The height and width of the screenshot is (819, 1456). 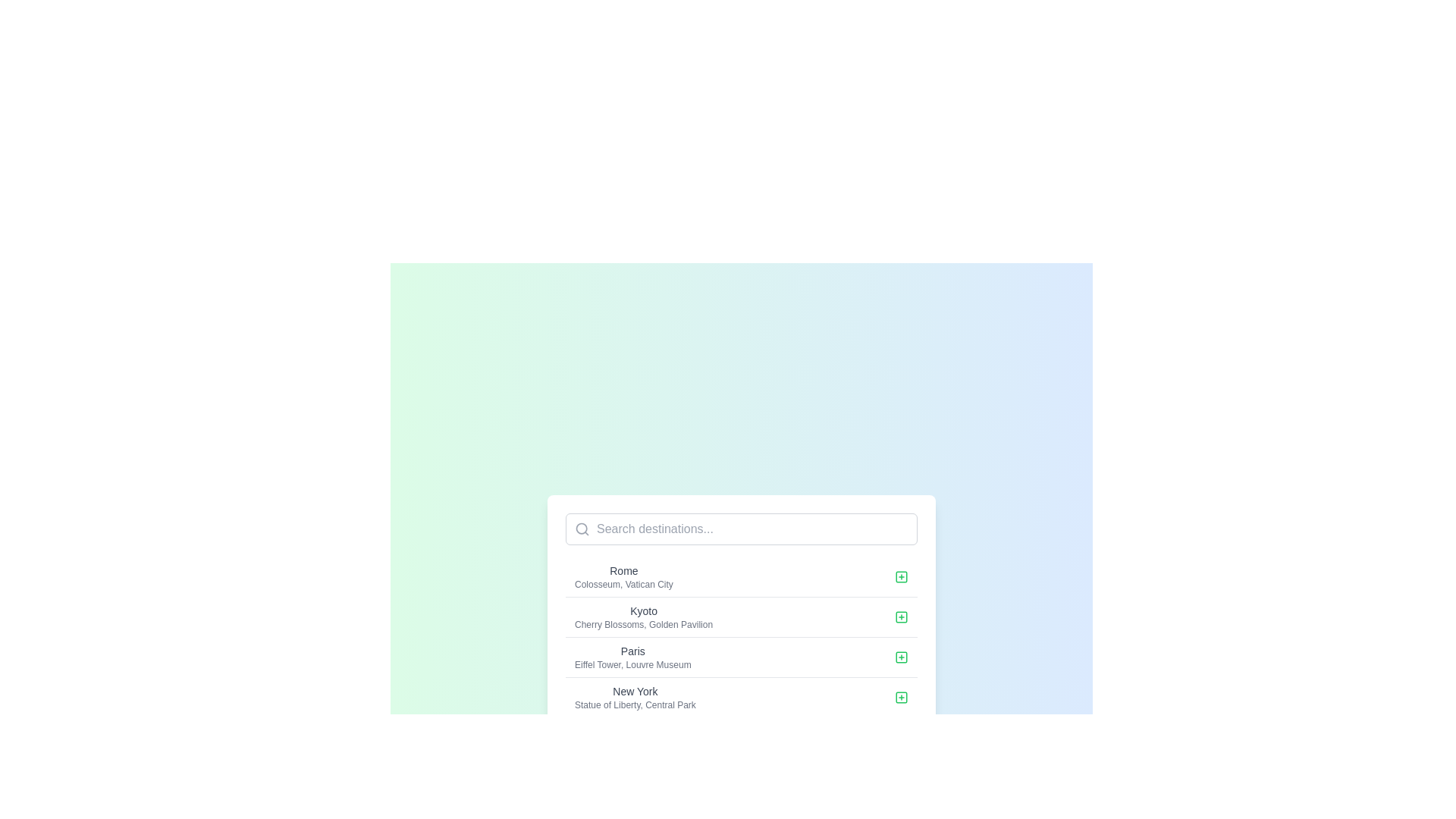 What do you see at coordinates (644, 610) in the screenshot?
I see `text content of the Text label that serves as the title for the second entry in the list, positioned between 'Rome' and 'Paris'` at bounding box center [644, 610].